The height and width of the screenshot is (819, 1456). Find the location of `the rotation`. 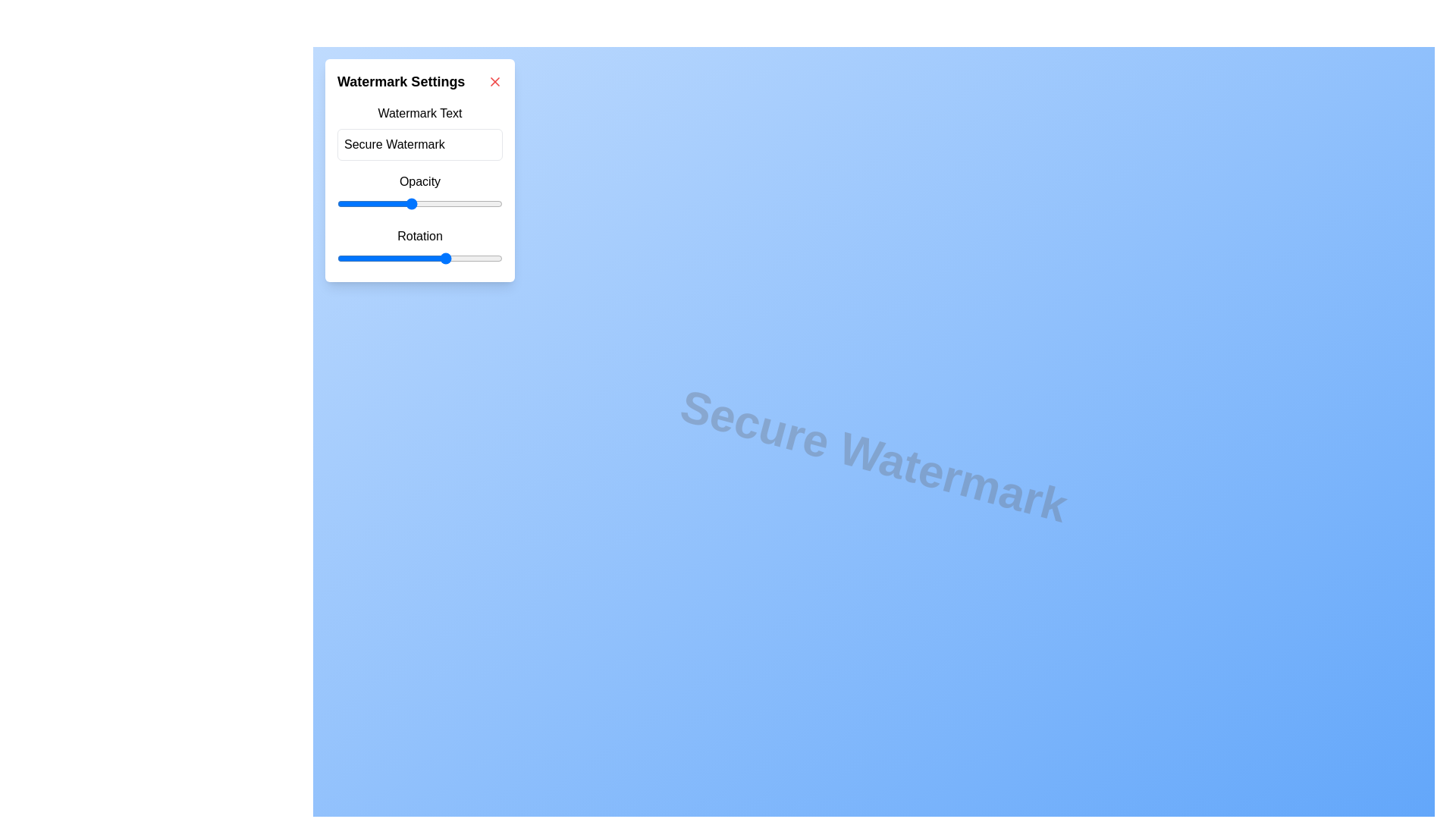

the rotation is located at coordinates (338, 257).